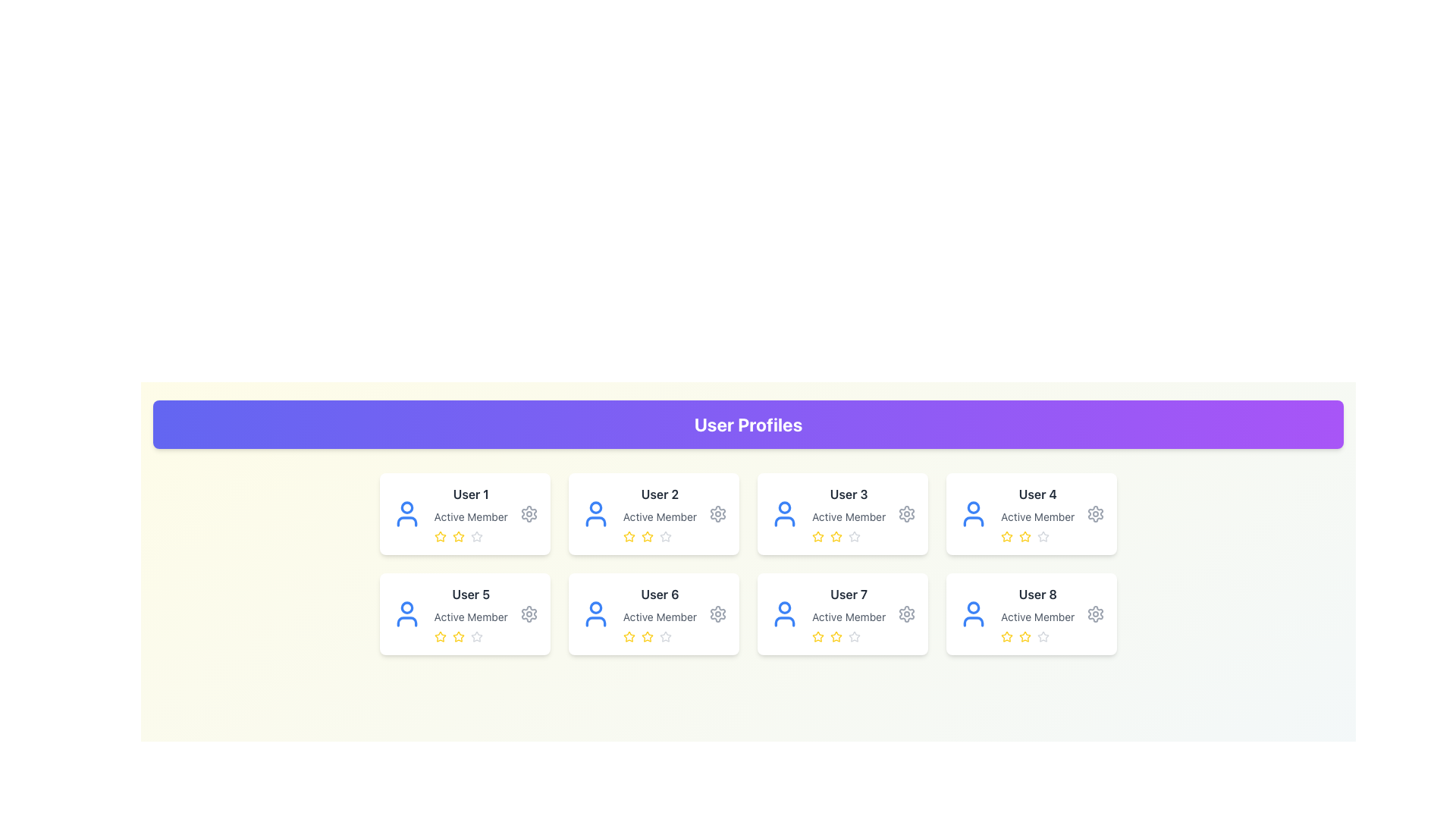 This screenshot has height=819, width=1456. Describe the element at coordinates (836, 636) in the screenshot. I see `the first star-shaped icon in the rating section of User 7's profile card` at that location.